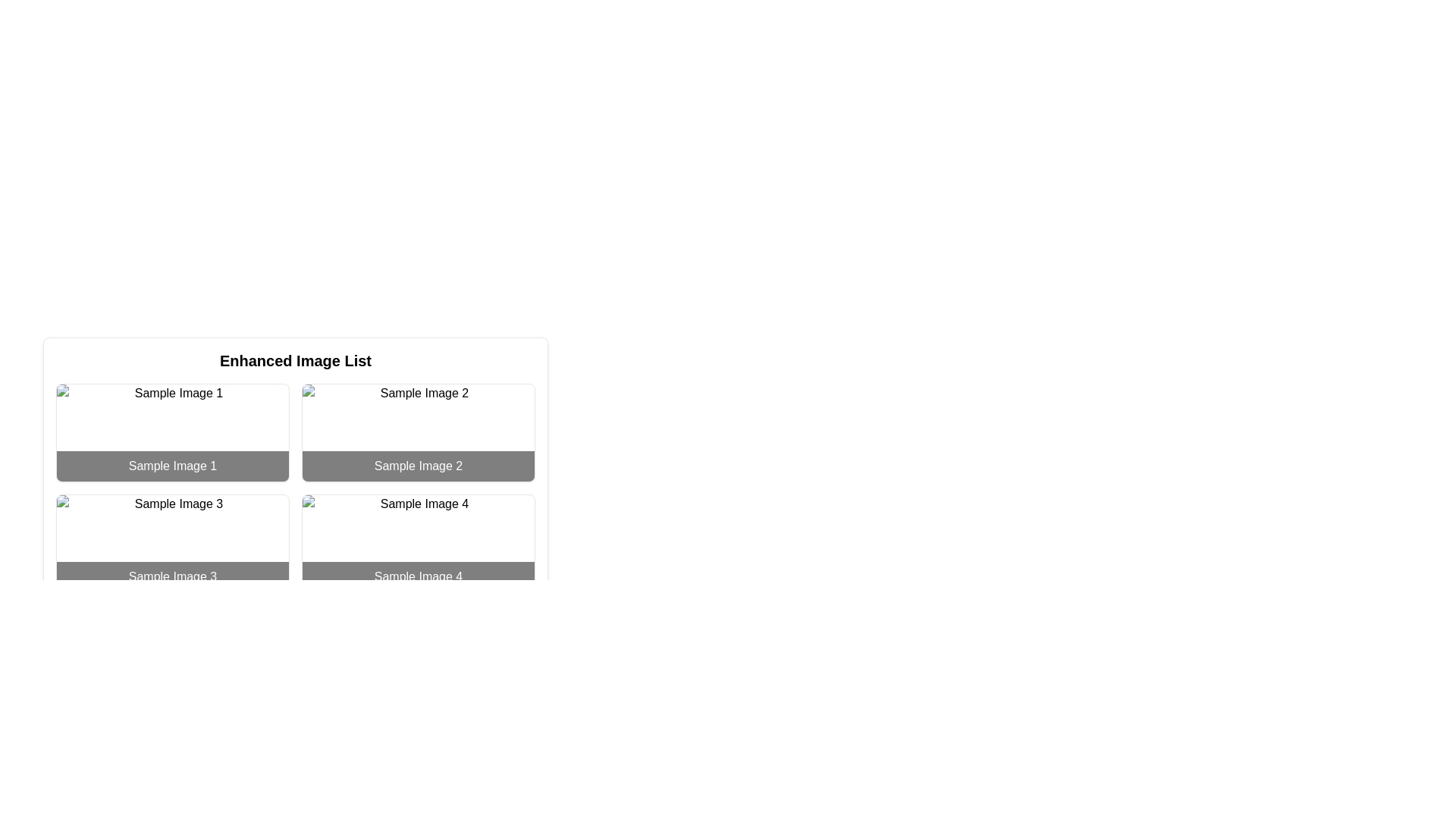 The width and height of the screenshot is (1456, 819). Describe the element at coordinates (172, 465) in the screenshot. I see `the Text label overlay that provides the title 'Sample Image 1', which is positioned as the bottom overlay covering part of the associated image in the first item of a grid or list` at that location.